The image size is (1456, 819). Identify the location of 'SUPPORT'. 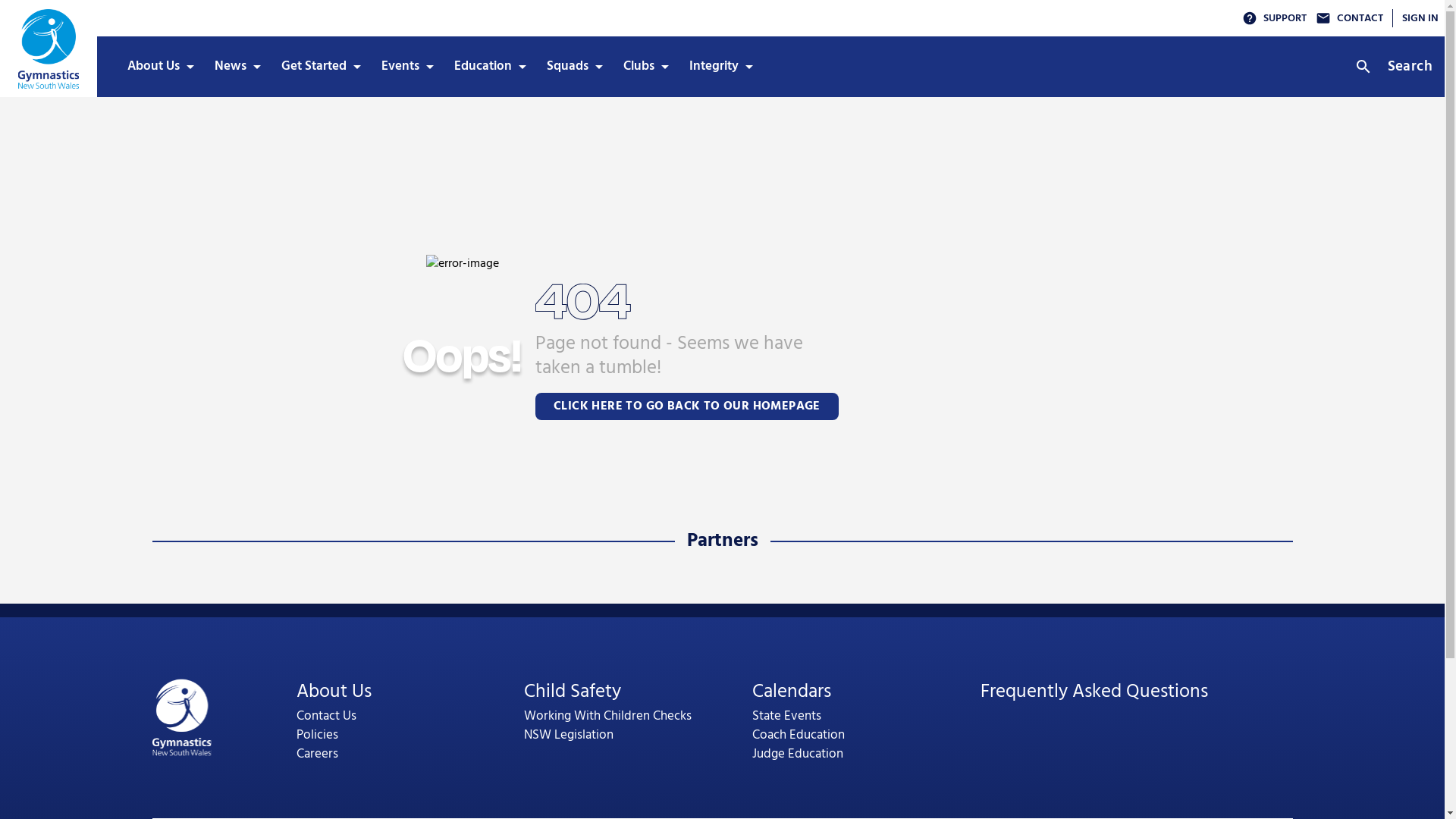
(1241, 17).